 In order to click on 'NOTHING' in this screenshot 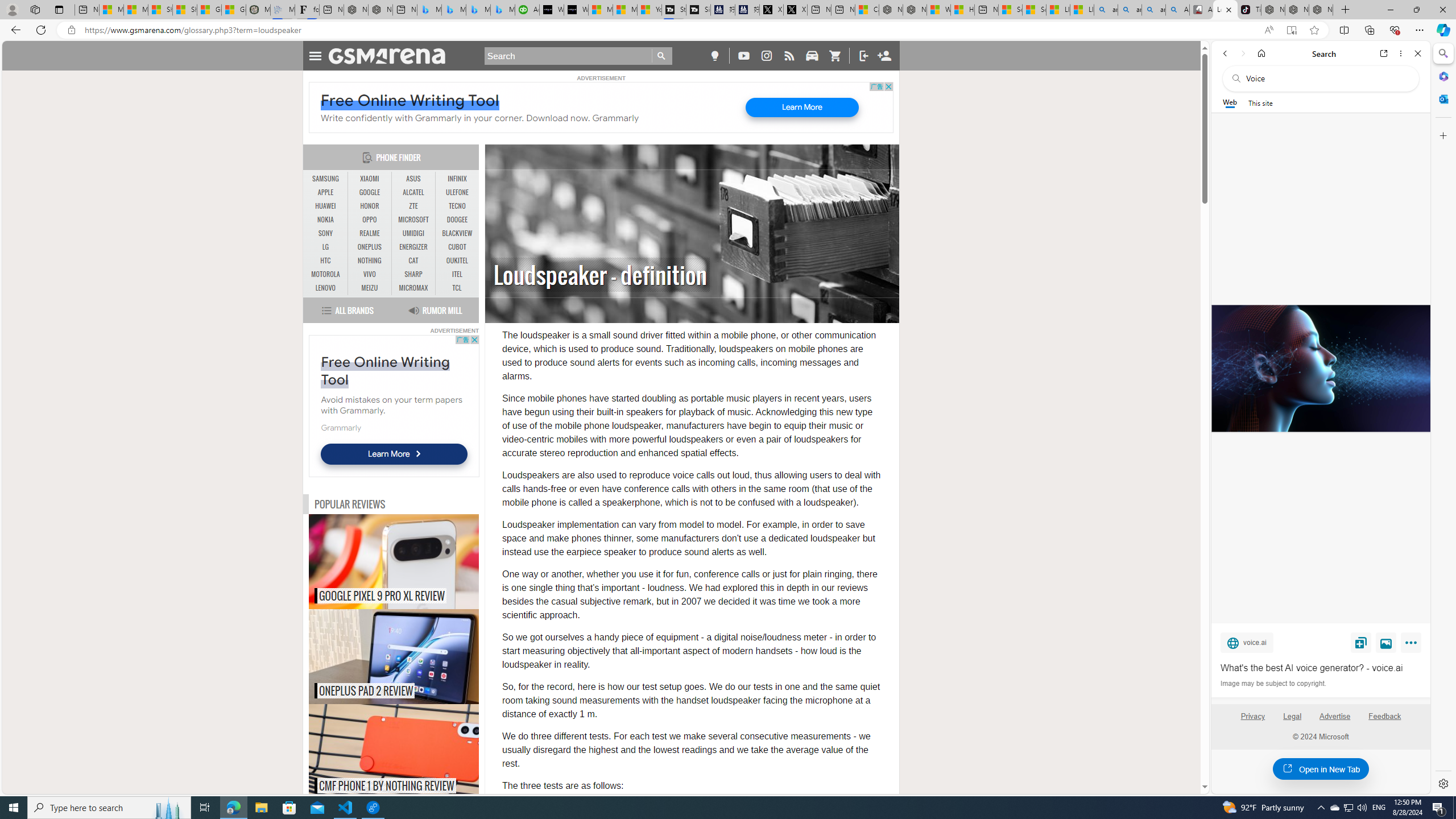, I will do `click(369, 261)`.